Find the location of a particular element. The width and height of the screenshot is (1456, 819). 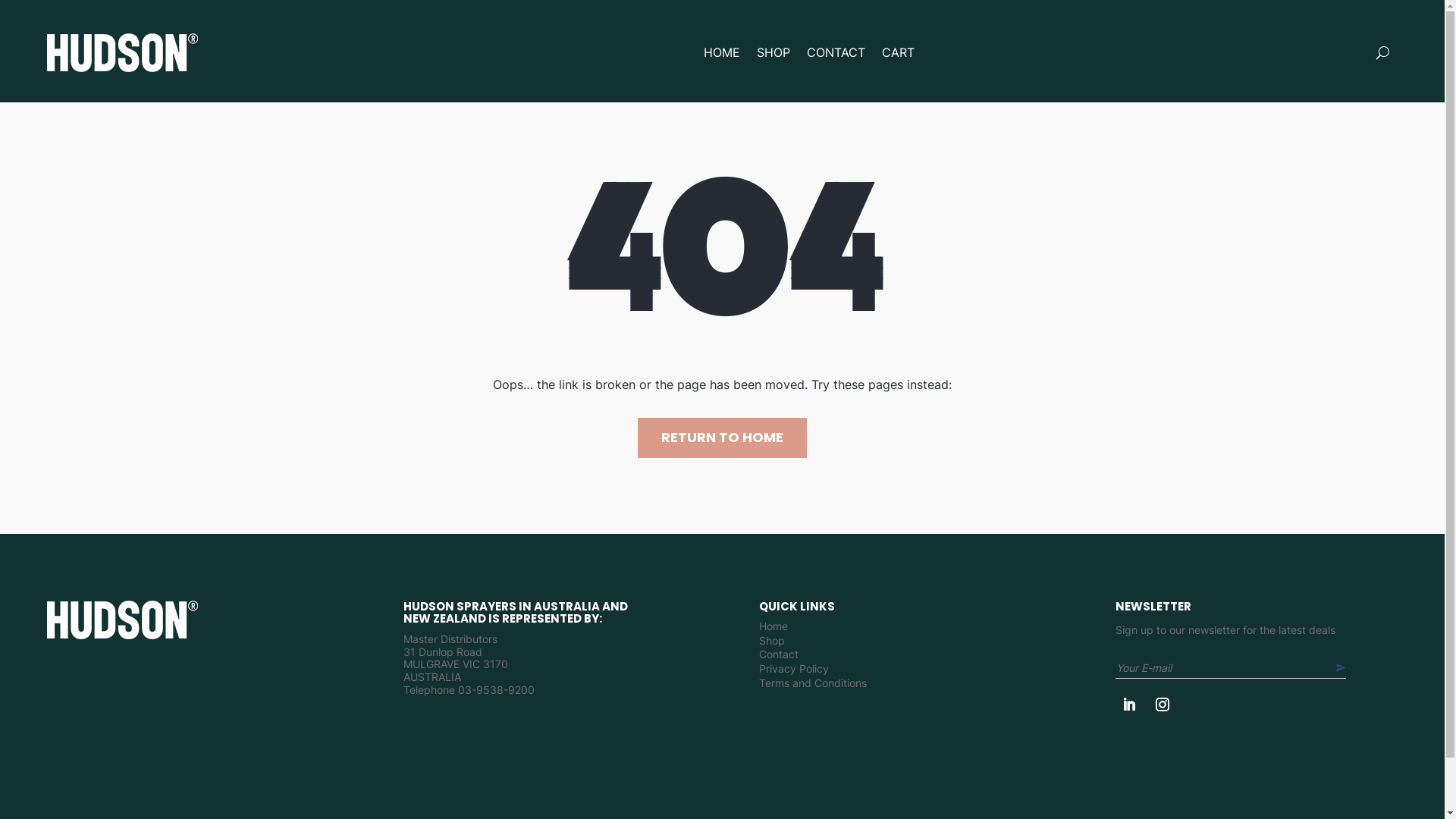

'Follow on Instagram' is located at coordinates (1161, 704).